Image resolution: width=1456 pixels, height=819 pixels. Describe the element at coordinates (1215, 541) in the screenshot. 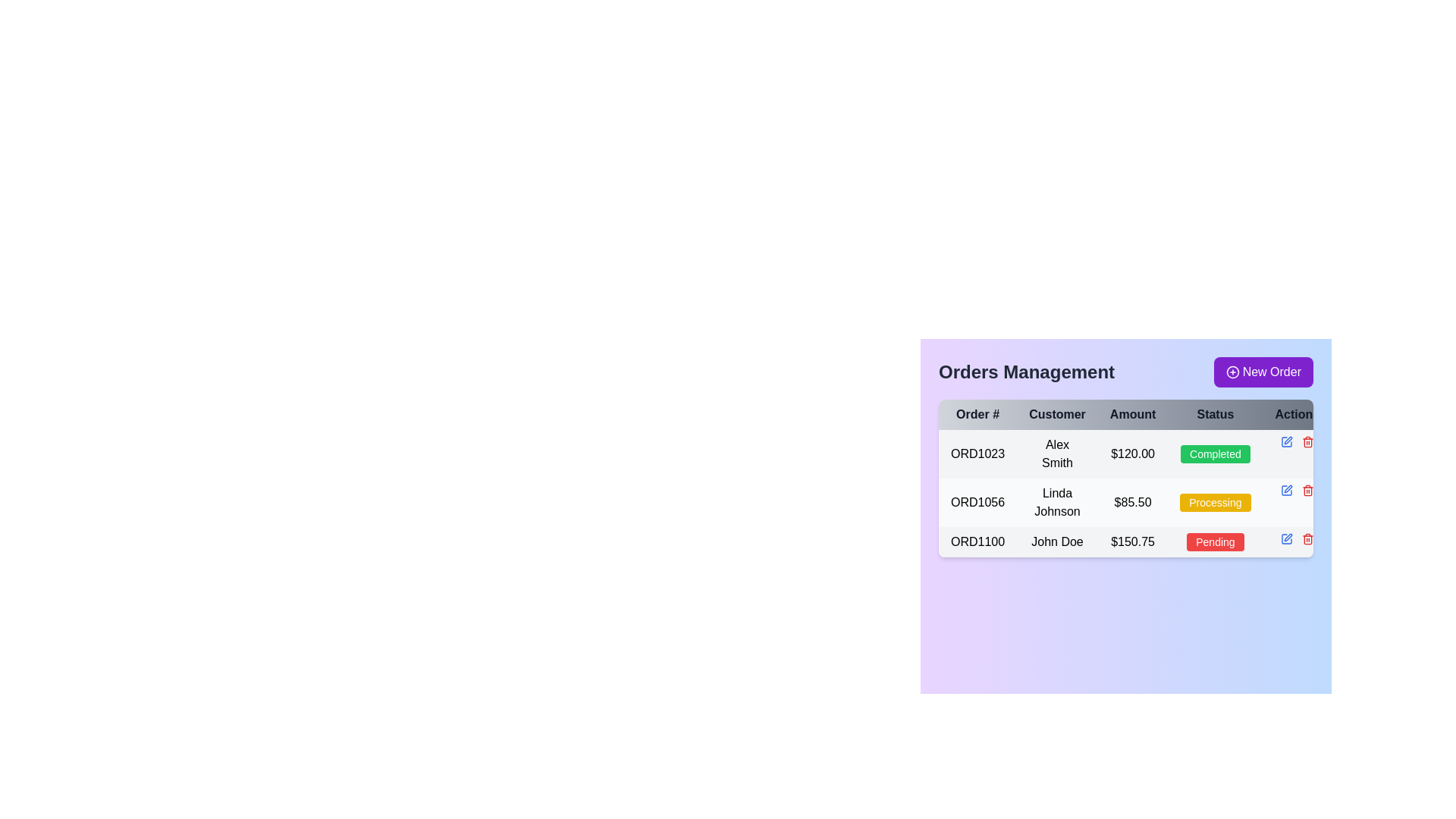

I see `the non-interactive 'Pending' status badge for the order 'ORD1100 / John Doe / $150.75', which is located in the fourth column of the row displaying order information` at that location.